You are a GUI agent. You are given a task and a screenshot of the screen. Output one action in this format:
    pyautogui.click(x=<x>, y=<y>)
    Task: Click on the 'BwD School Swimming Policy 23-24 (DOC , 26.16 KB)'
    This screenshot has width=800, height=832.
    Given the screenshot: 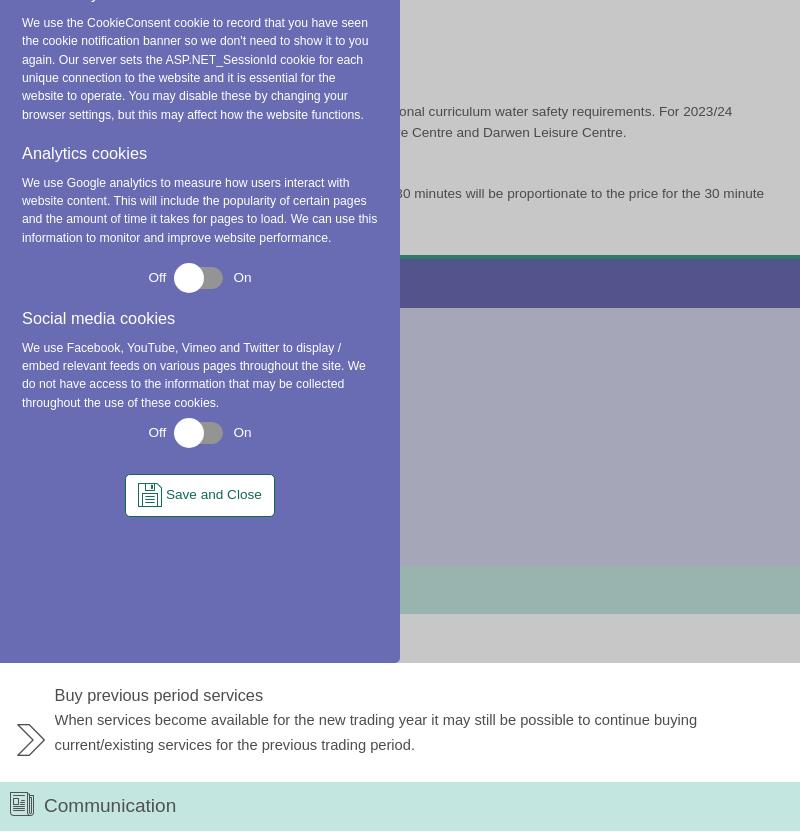 What is the action you would take?
    pyautogui.click(x=206, y=26)
    